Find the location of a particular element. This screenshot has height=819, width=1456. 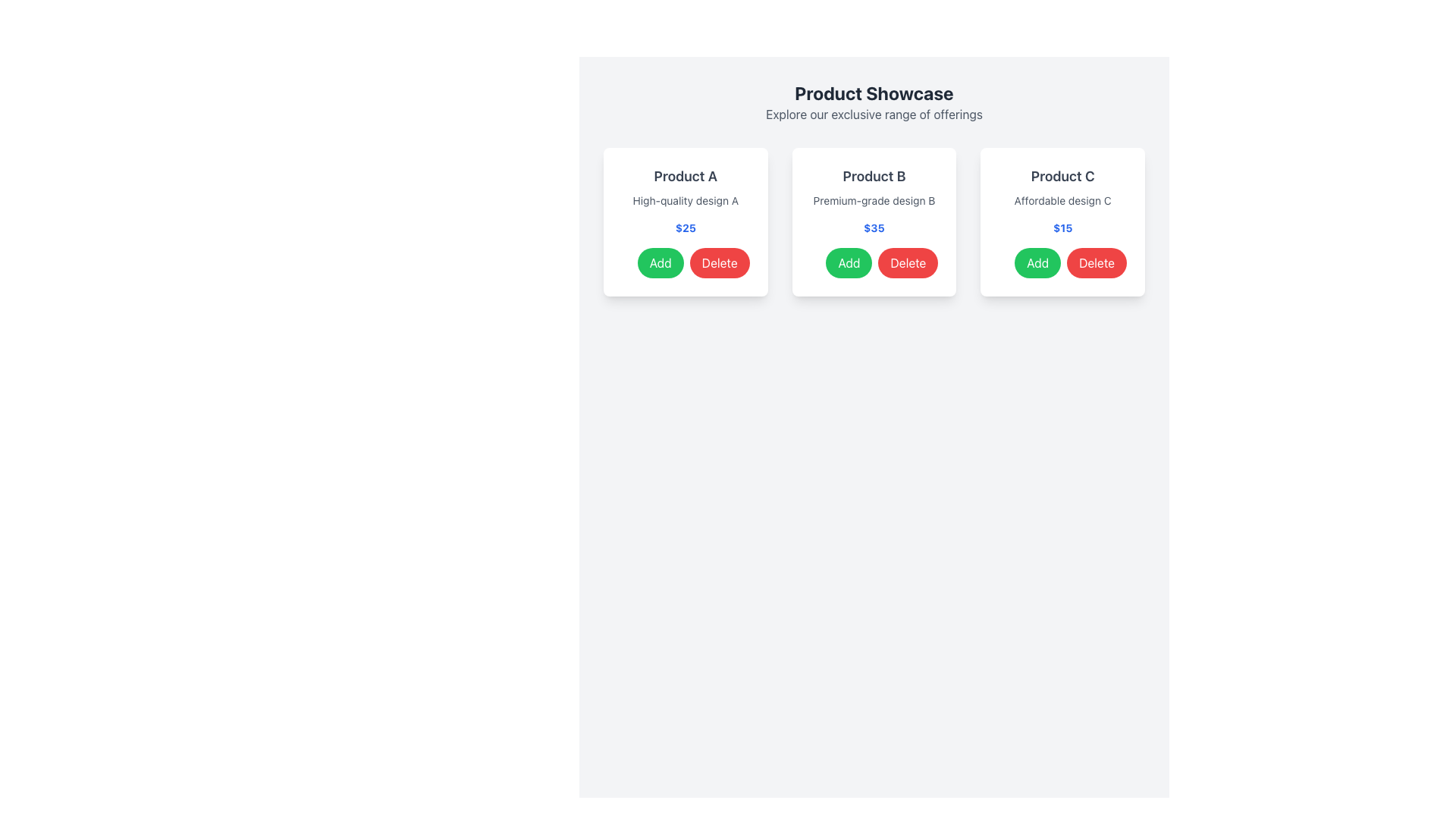

the price label displaying '$35' in bold blue font, located in the middle card of a grid, positioned below the product description and above the action buttons for 'Add' and 'Delete' is located at coordinates (874, 227).